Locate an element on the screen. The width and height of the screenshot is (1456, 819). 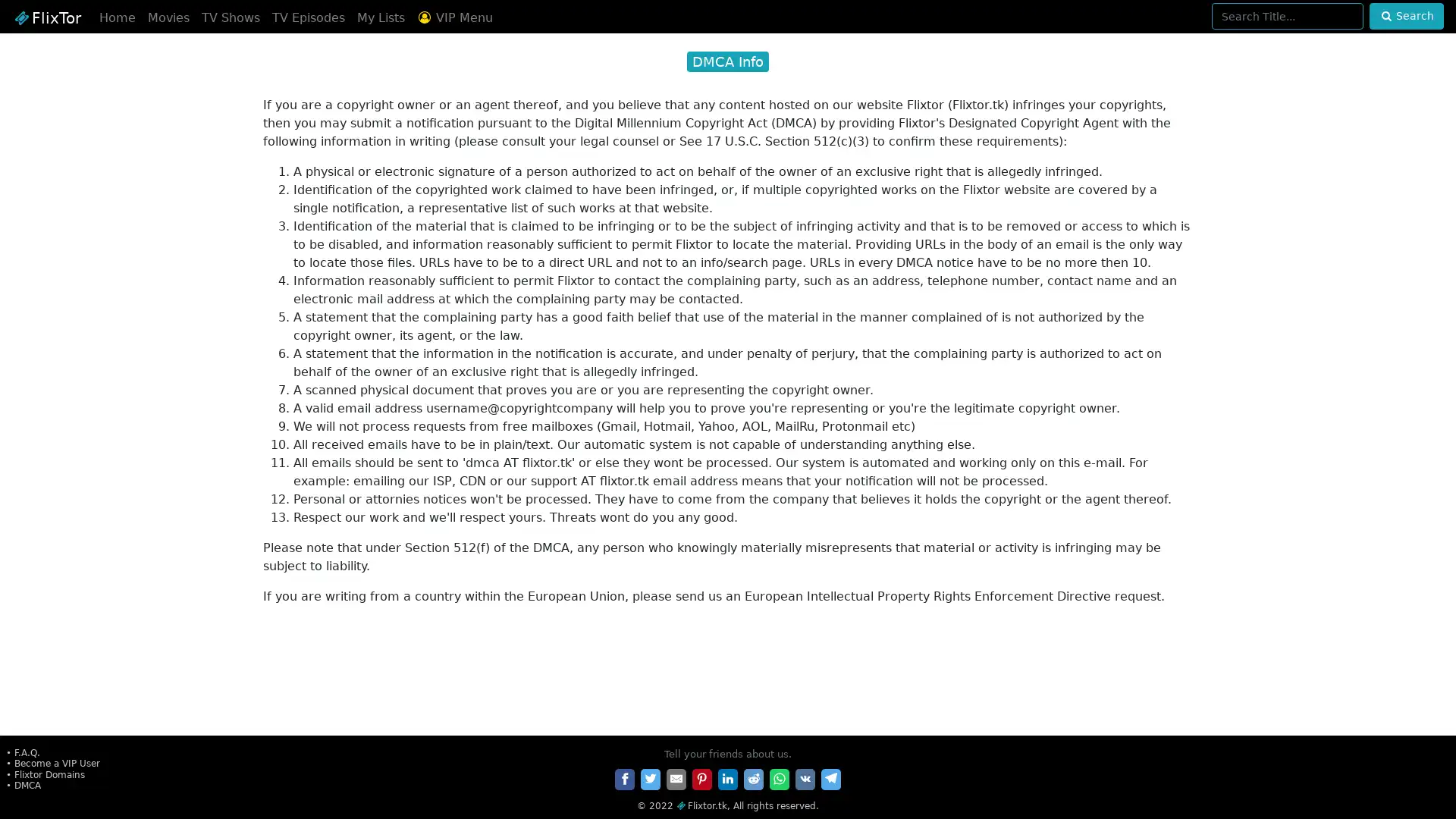
VIP Menu is located at coordinates (453, 17).